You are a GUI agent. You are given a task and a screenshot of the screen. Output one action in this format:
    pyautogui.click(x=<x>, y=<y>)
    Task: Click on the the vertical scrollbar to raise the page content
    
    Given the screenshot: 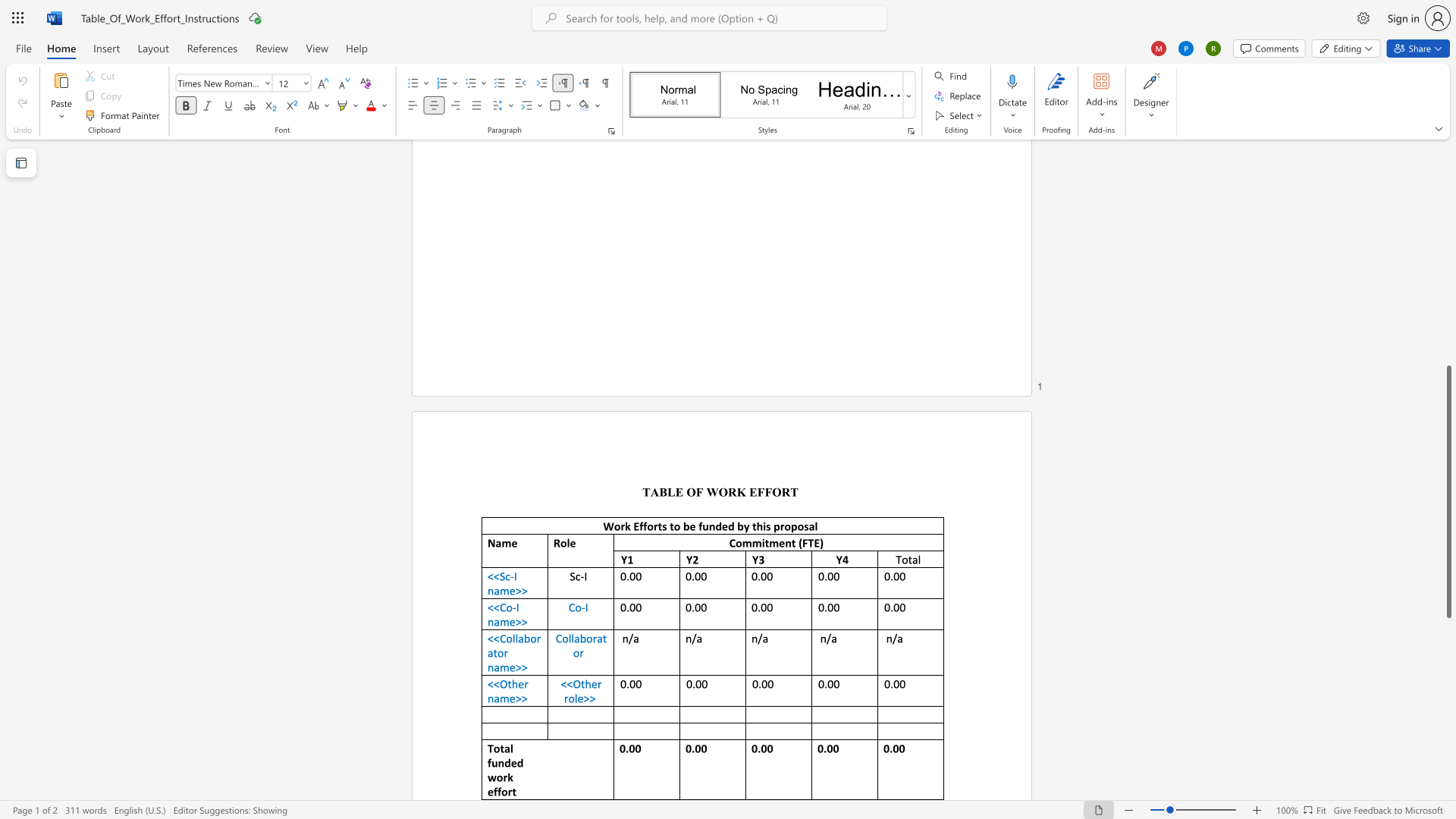 What is the action you would take?
    pyautogui.click(x=1448, y=332)
    